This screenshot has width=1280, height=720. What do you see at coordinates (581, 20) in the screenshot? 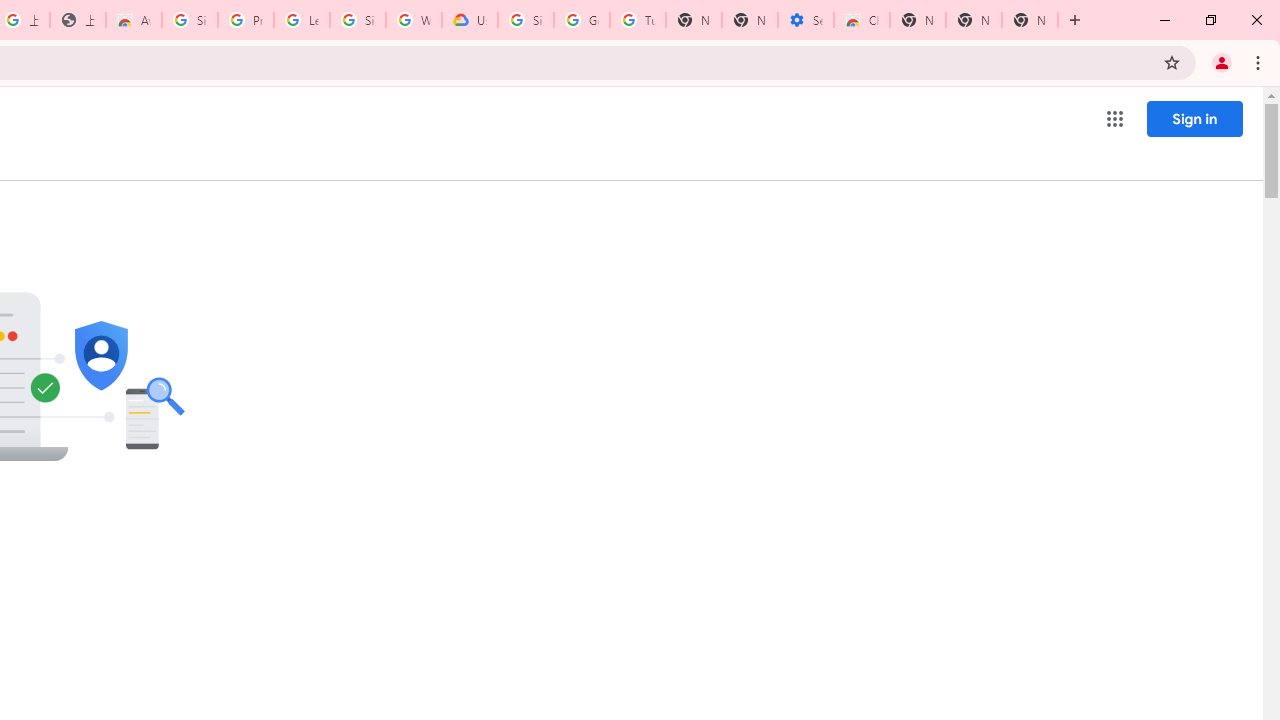
I see `'Google Account Help'` at bounding box center [581, 20].